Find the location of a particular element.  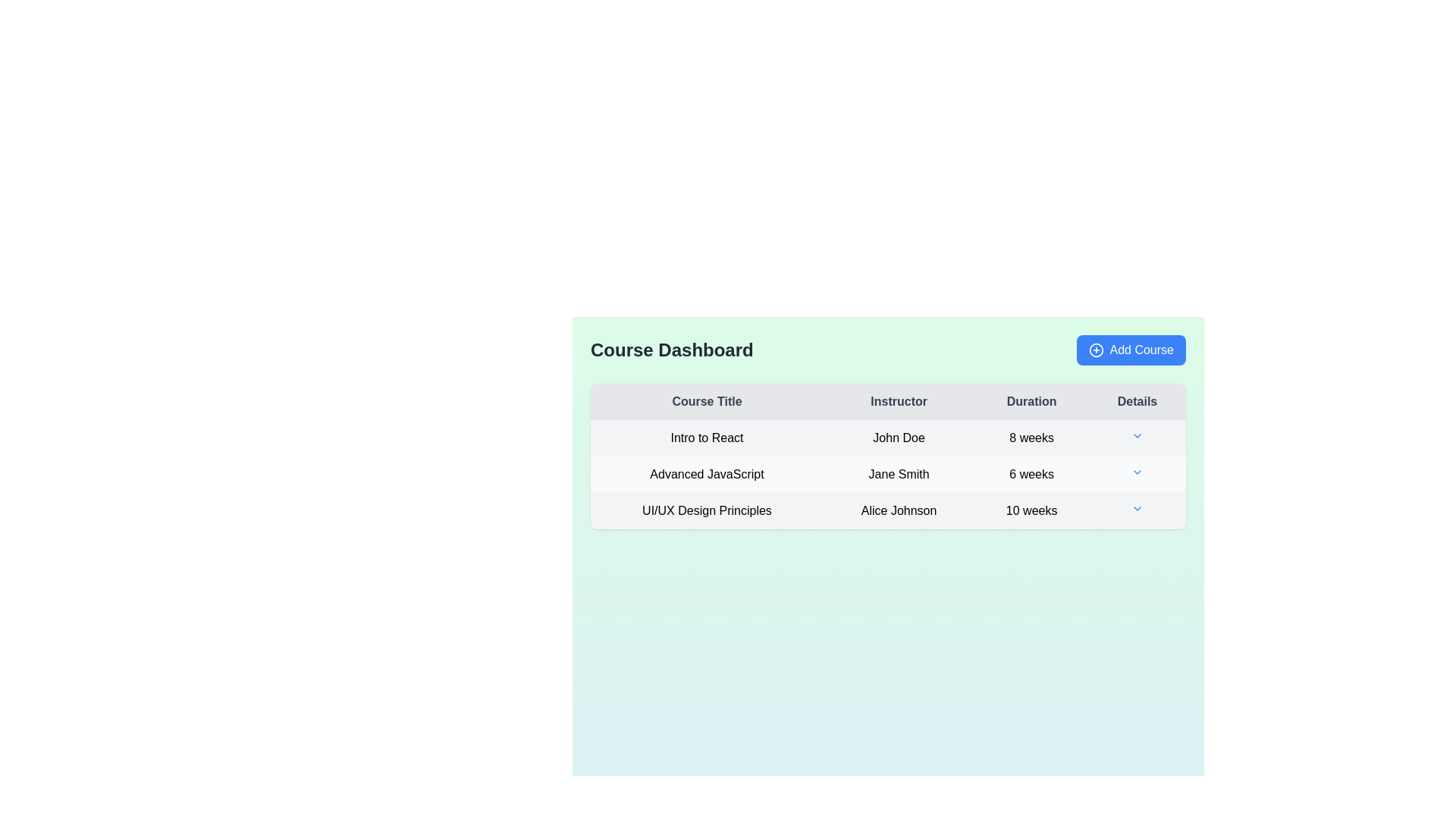

the text label displaying 'Intro to React' in black font on a light gray background, located in the first row of the table under the 'Course Title' column is located at coordinates (706, 438).